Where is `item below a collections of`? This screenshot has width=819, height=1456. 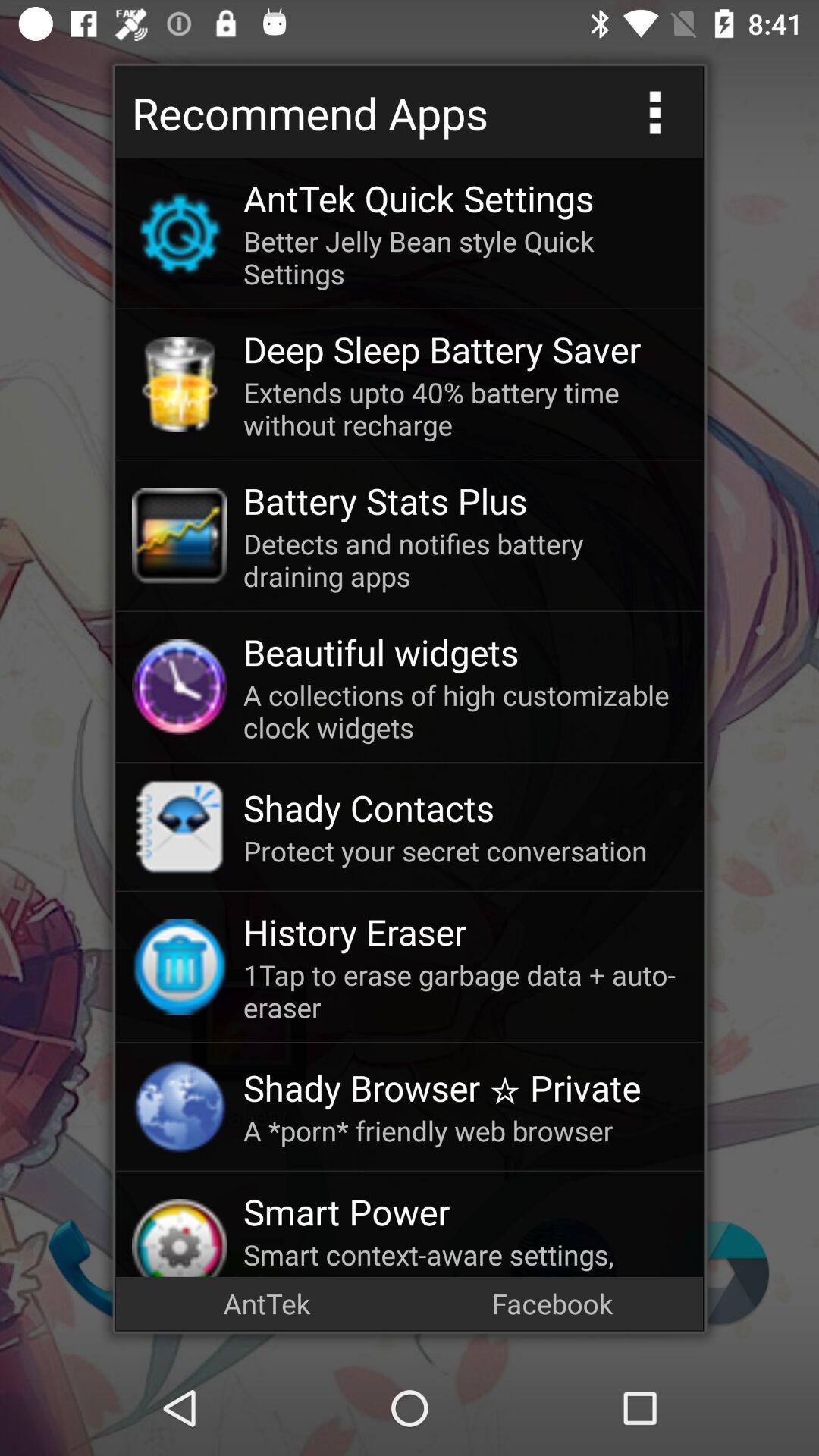
item below a collections of is located at coordinates (464, 807).